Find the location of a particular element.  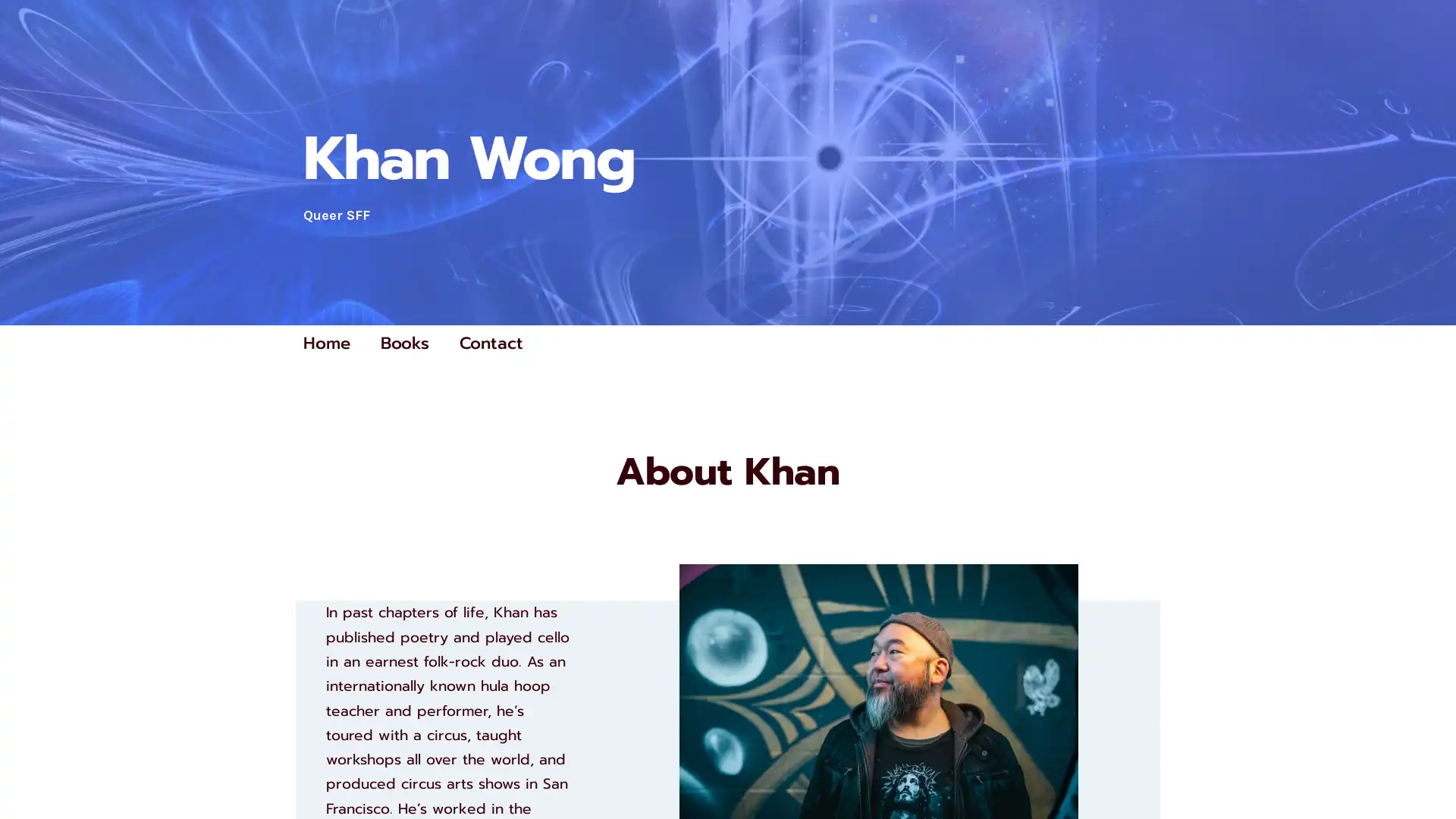

Scroll to top is located at coordinates (1426, 767).